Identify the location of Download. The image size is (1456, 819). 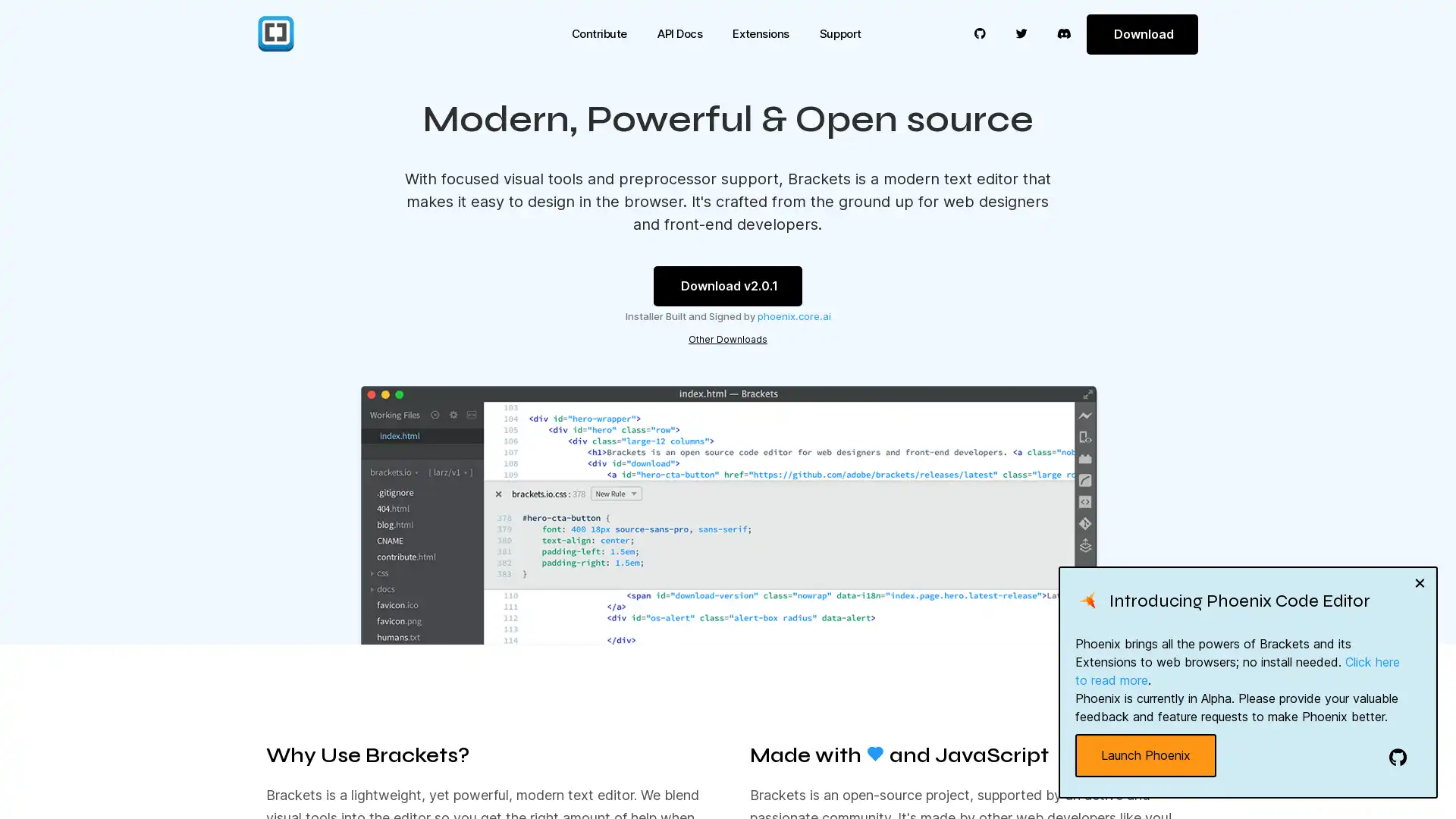
(1141, 33).